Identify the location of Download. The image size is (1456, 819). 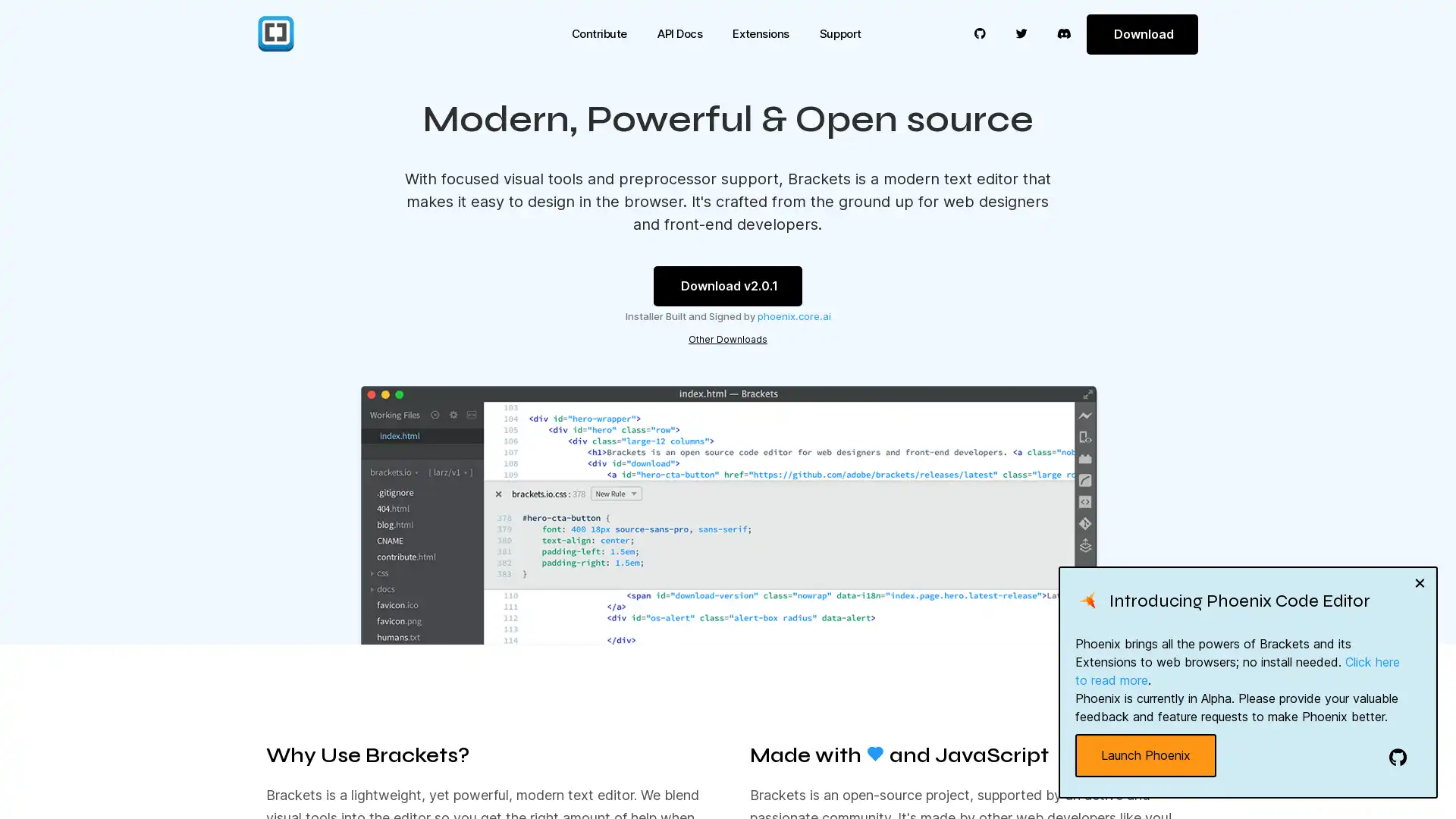
(1141, 33).